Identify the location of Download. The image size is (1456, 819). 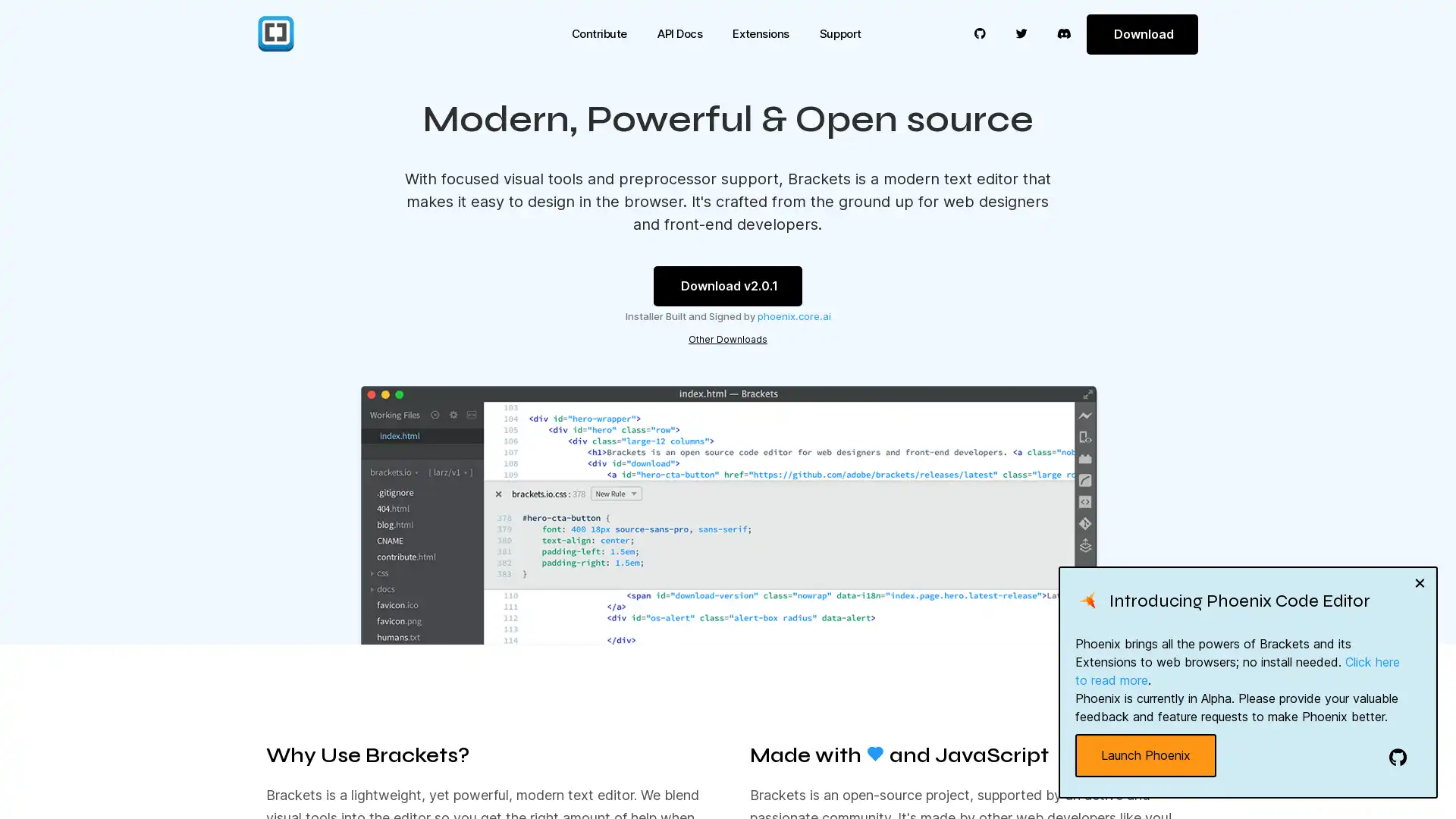
(1141, 33).